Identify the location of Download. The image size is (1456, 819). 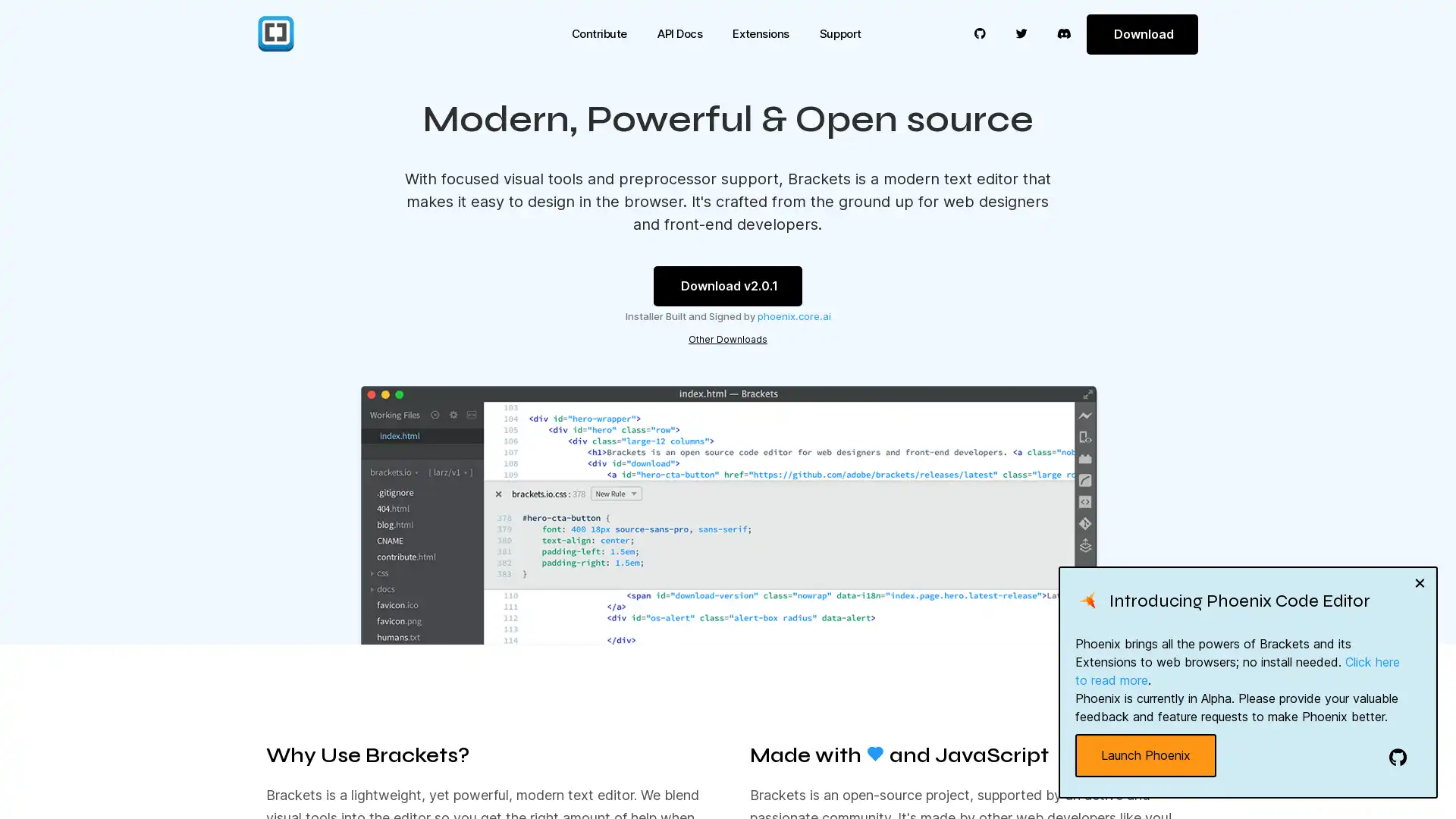
(1141, 33).